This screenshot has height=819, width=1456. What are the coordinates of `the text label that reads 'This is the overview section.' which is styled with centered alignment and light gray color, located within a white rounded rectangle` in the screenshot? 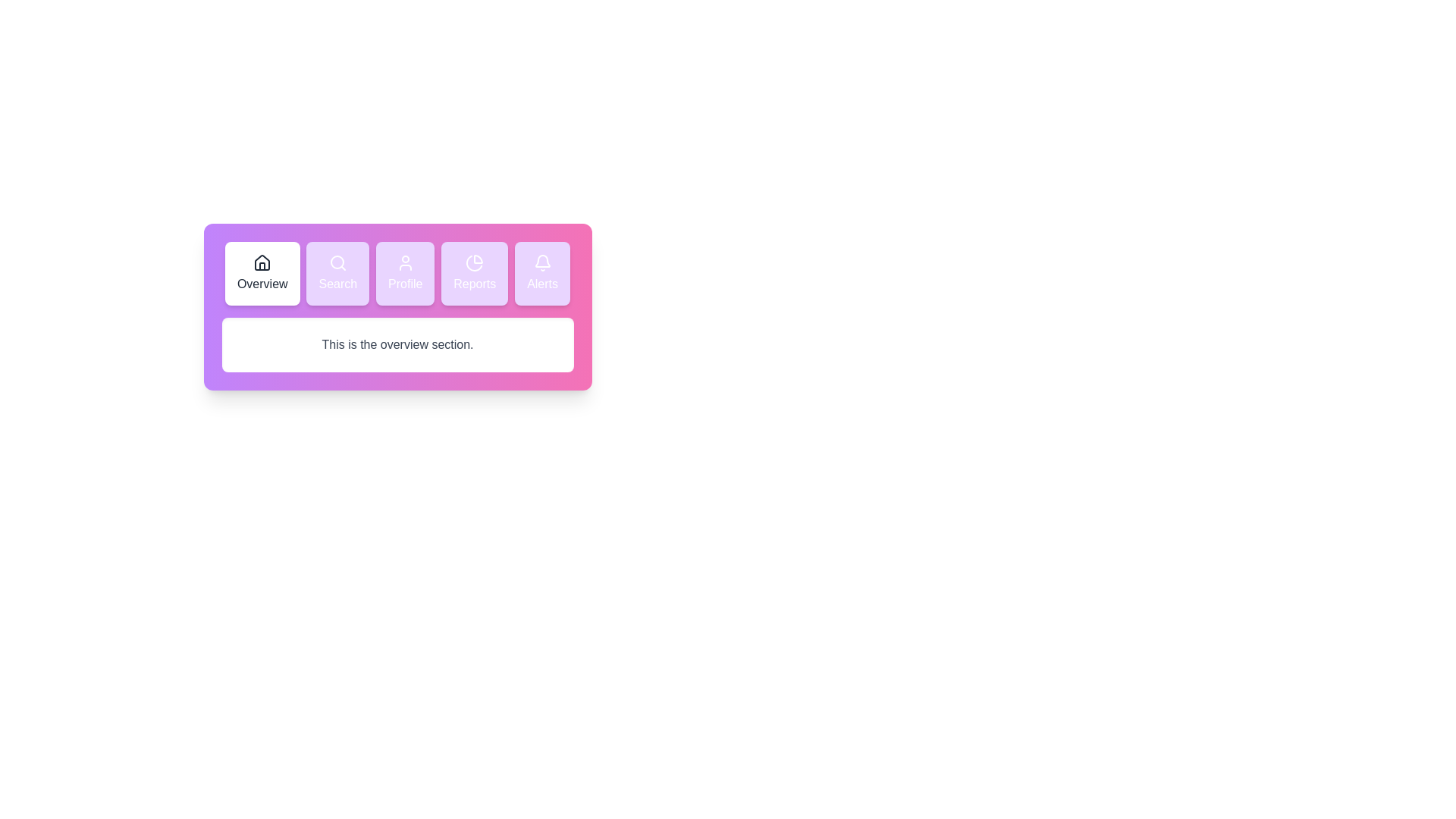 It's located at (397, 345).